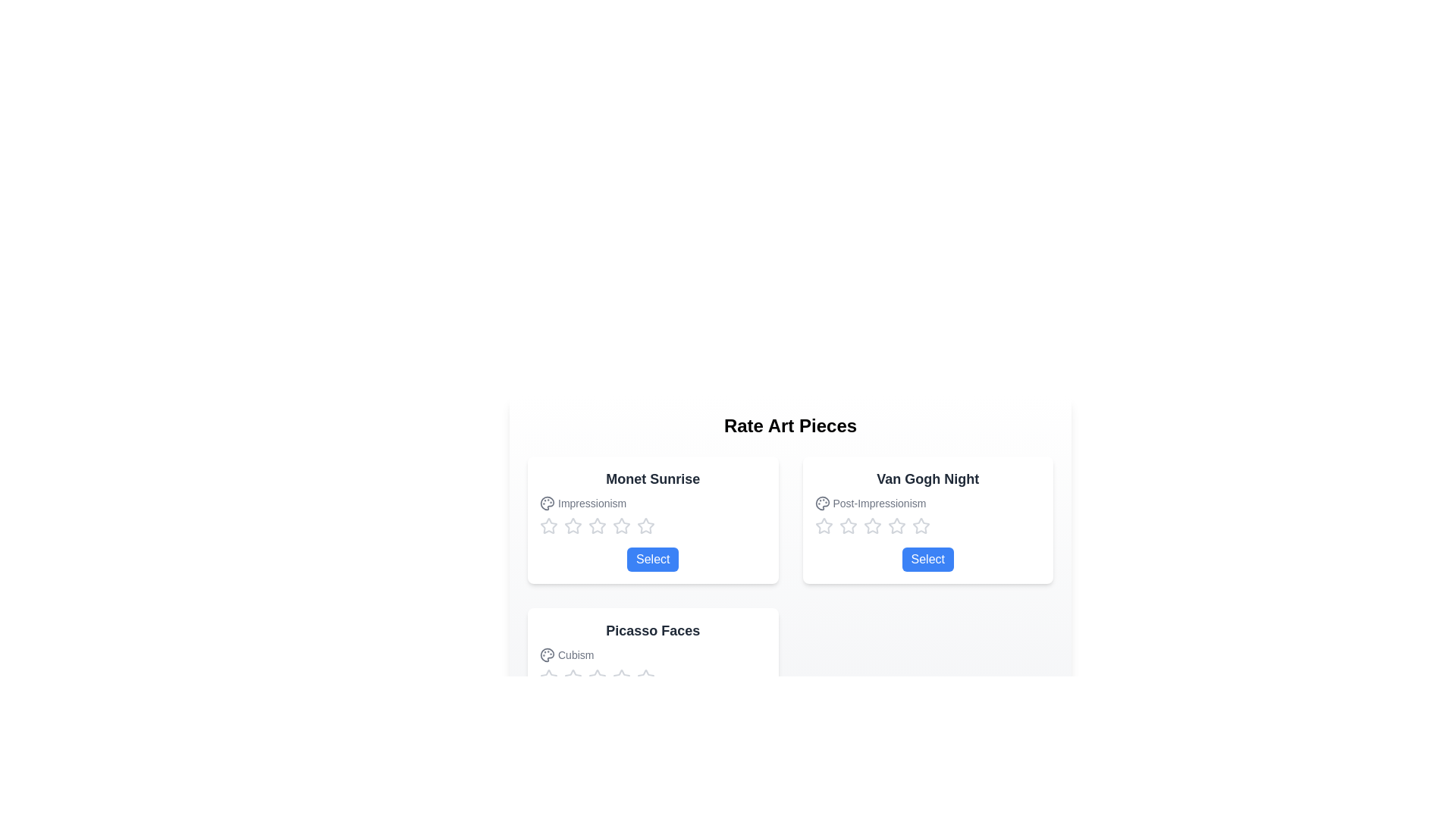  What do you see at coordinates (548, 526) in the screenshot?
I see `the first star-shaped icon in the 'Rate Art Pieces' section under the title 'Monet Sunrise'` at bounding box center [548, 526].